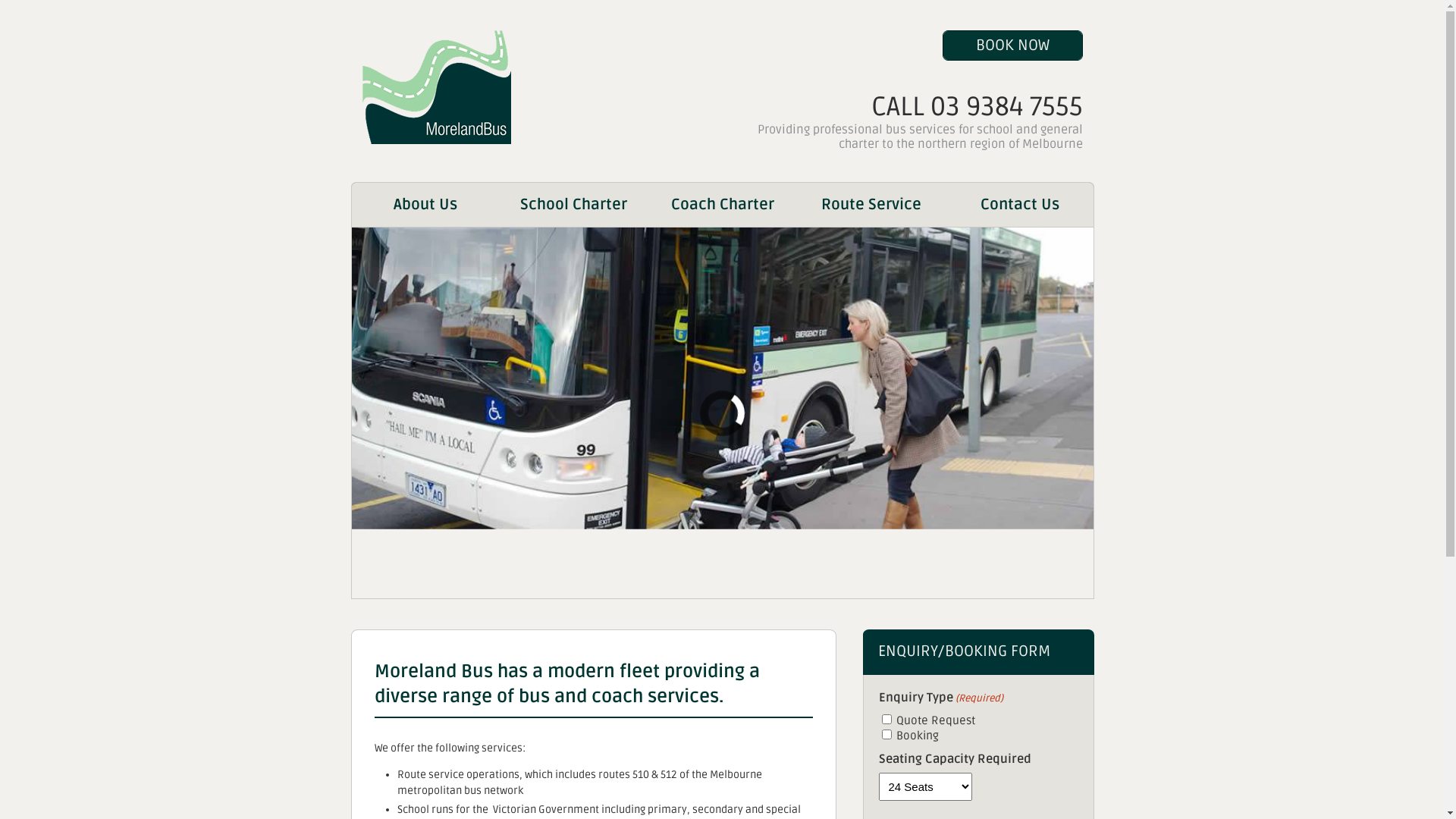 The width and height of the screenshot is (1456, 819). Describe the element at coordinates (720, 205) in the screenshot. I see `'Coach Charter'` at that location.